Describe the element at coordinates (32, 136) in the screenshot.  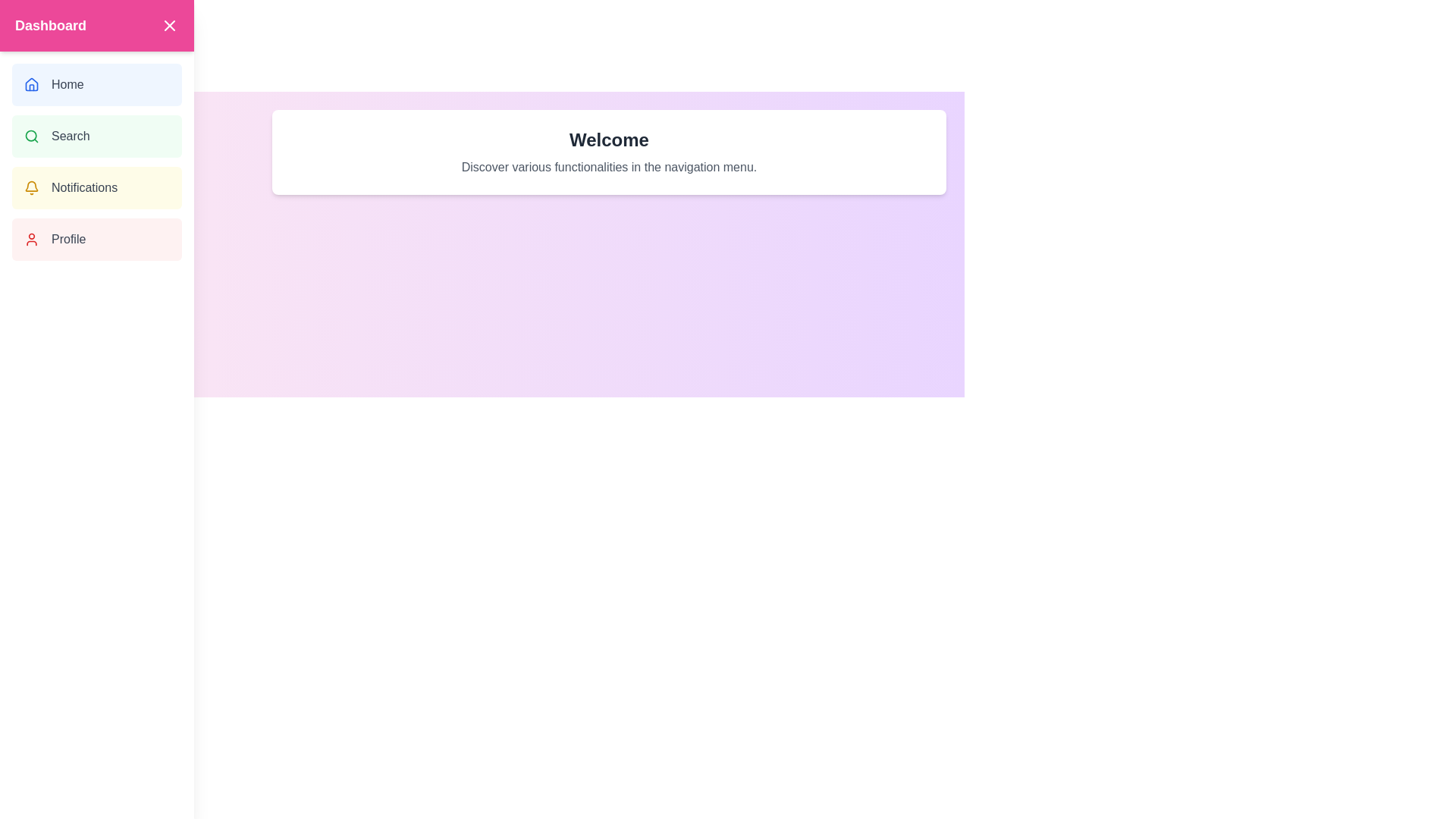
I see `the search icon located in the sidebar menu labeled 'Dashboard', which is the first icon within the 'Search' item, positioned directly to the left of the text label` at that location.